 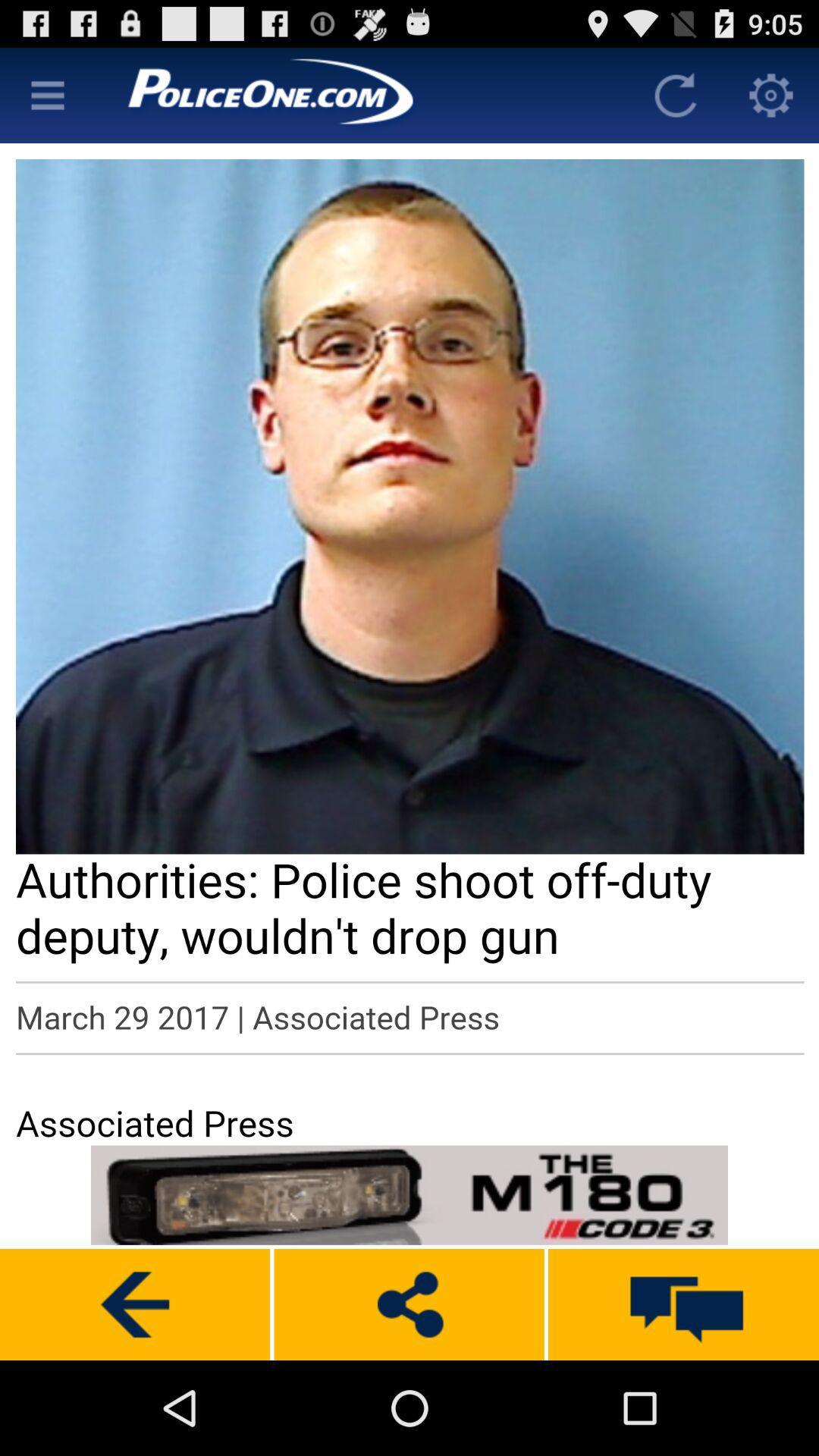 What do you see at coordinates (771, 94) in the screenshot?
I see `settings` at bounding box center [771, 94].